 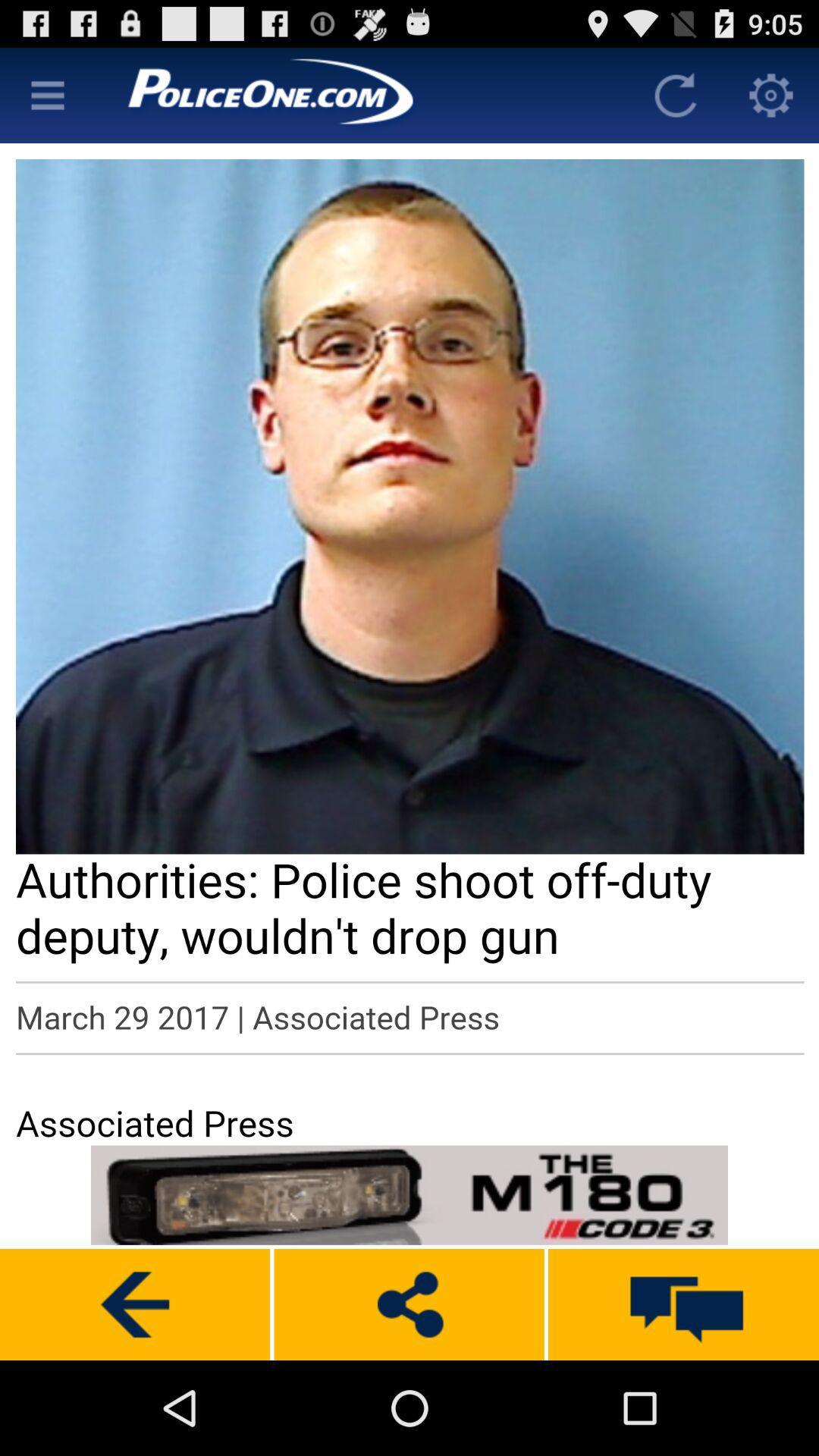 What do you see at coordinates (771, 94) in the screenshot?
I see `settings` at bounding box center [771, 94].